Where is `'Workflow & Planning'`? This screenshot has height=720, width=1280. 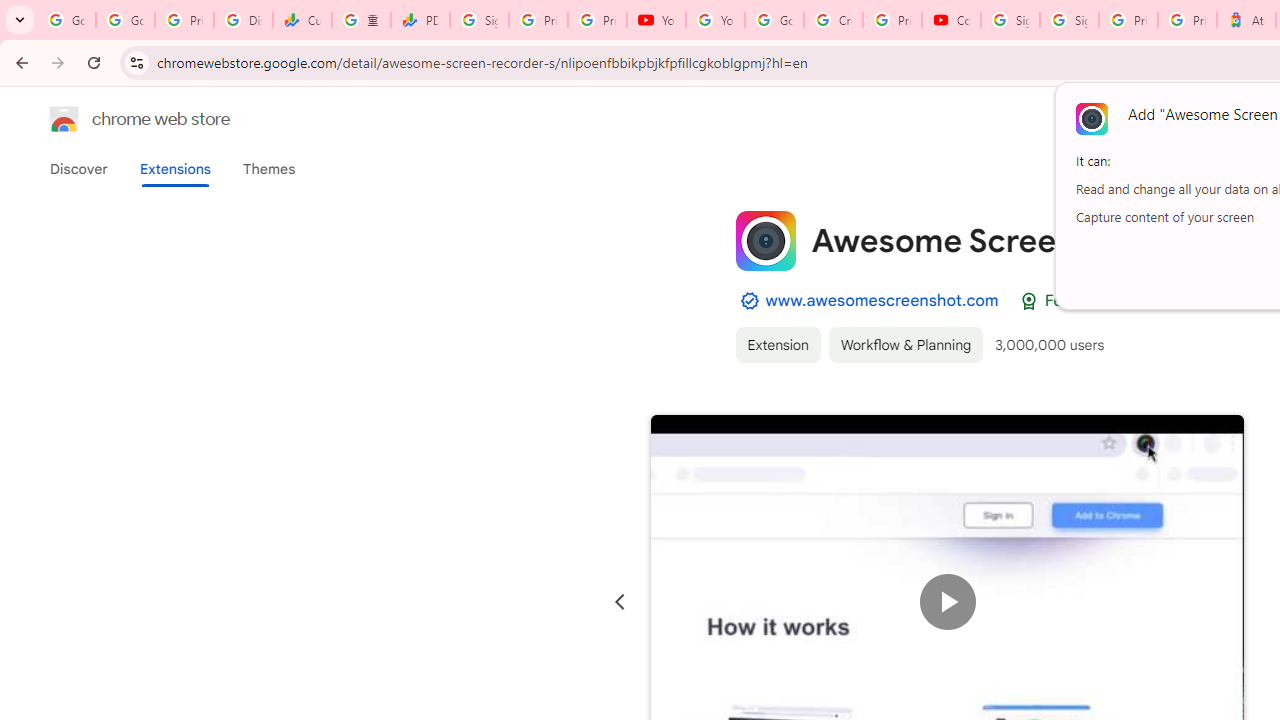 'Workflow & Planning' is located at coordinates (905, 343).